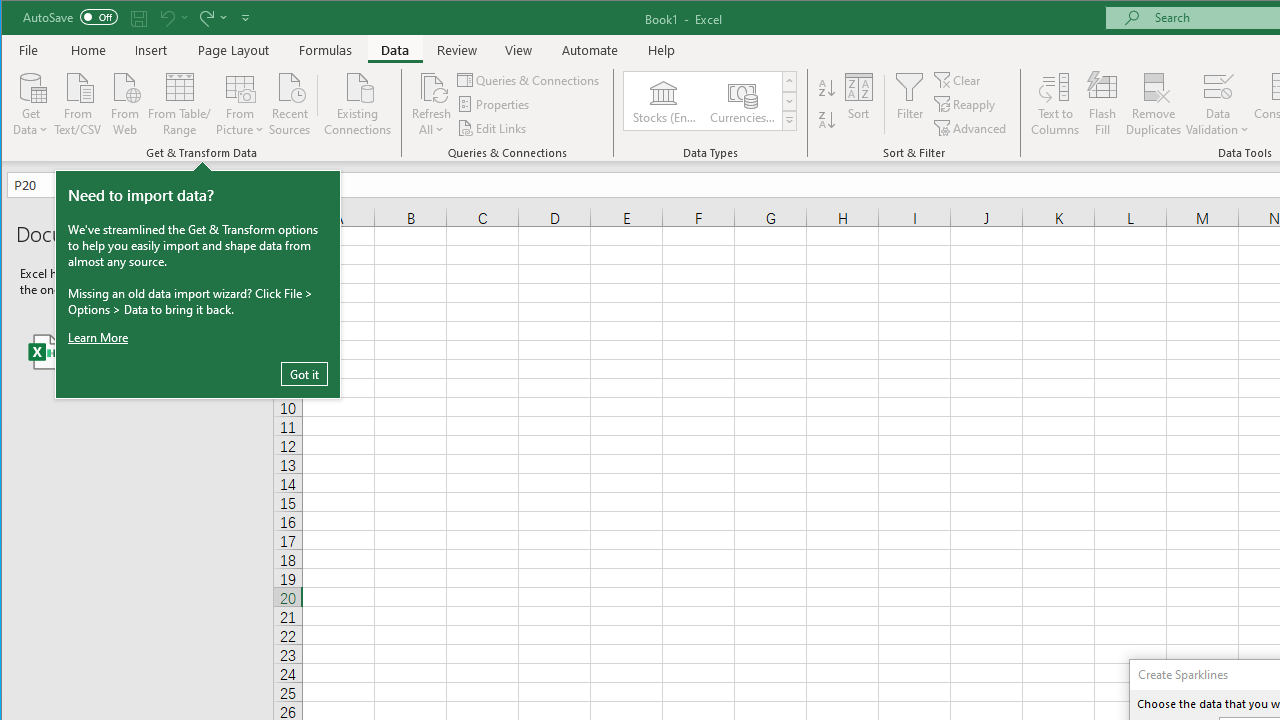  What do you see at coordinates (529, 79) in the screenshot?
I see `'Queries & Connections'` at bounding box center [529, 79].